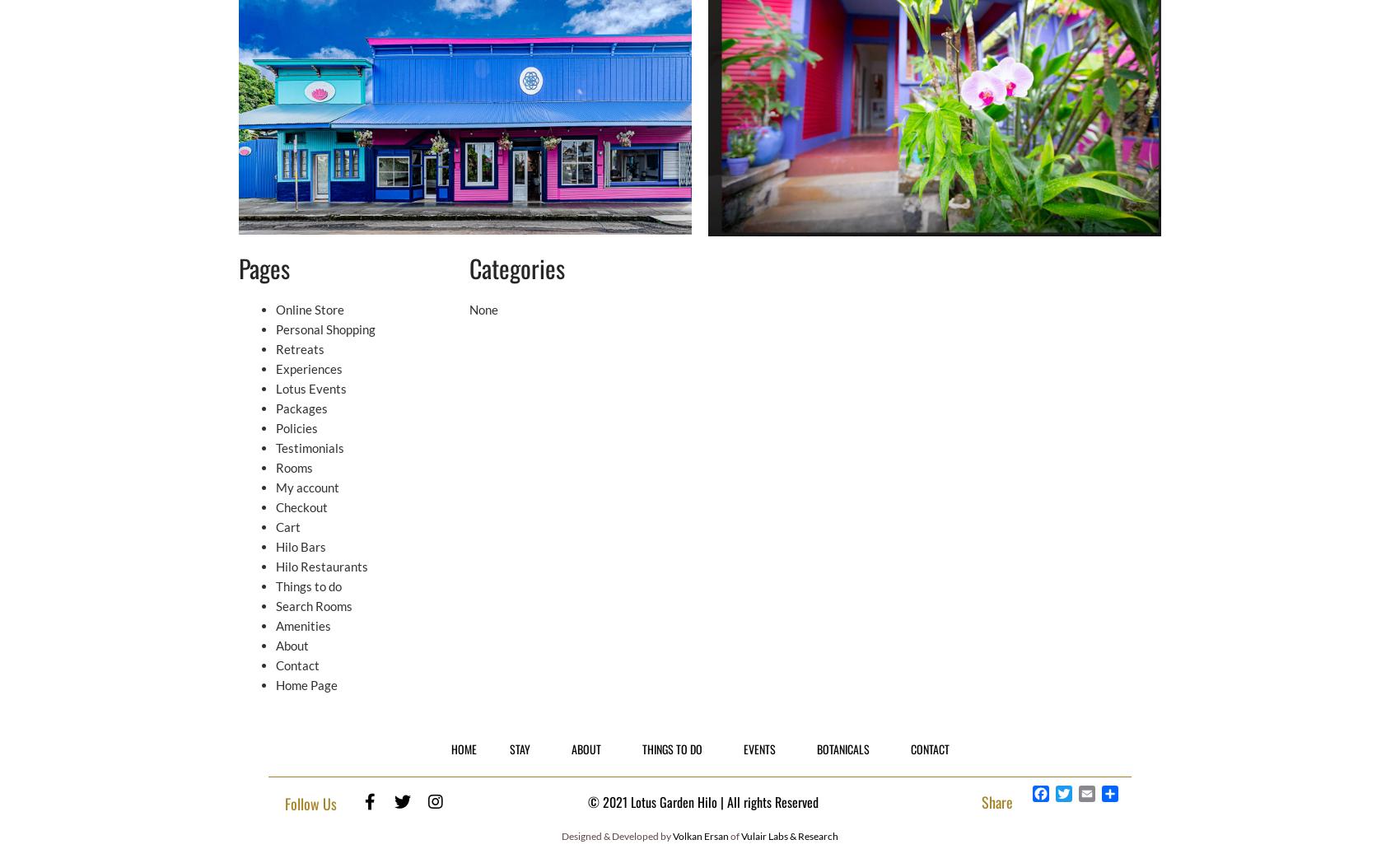 This screenshot has width=1400, height=863. What do you see at coordinates (308, 585) in the screenshot?
I see `'Things to do'` at bounding box center [308, 585].